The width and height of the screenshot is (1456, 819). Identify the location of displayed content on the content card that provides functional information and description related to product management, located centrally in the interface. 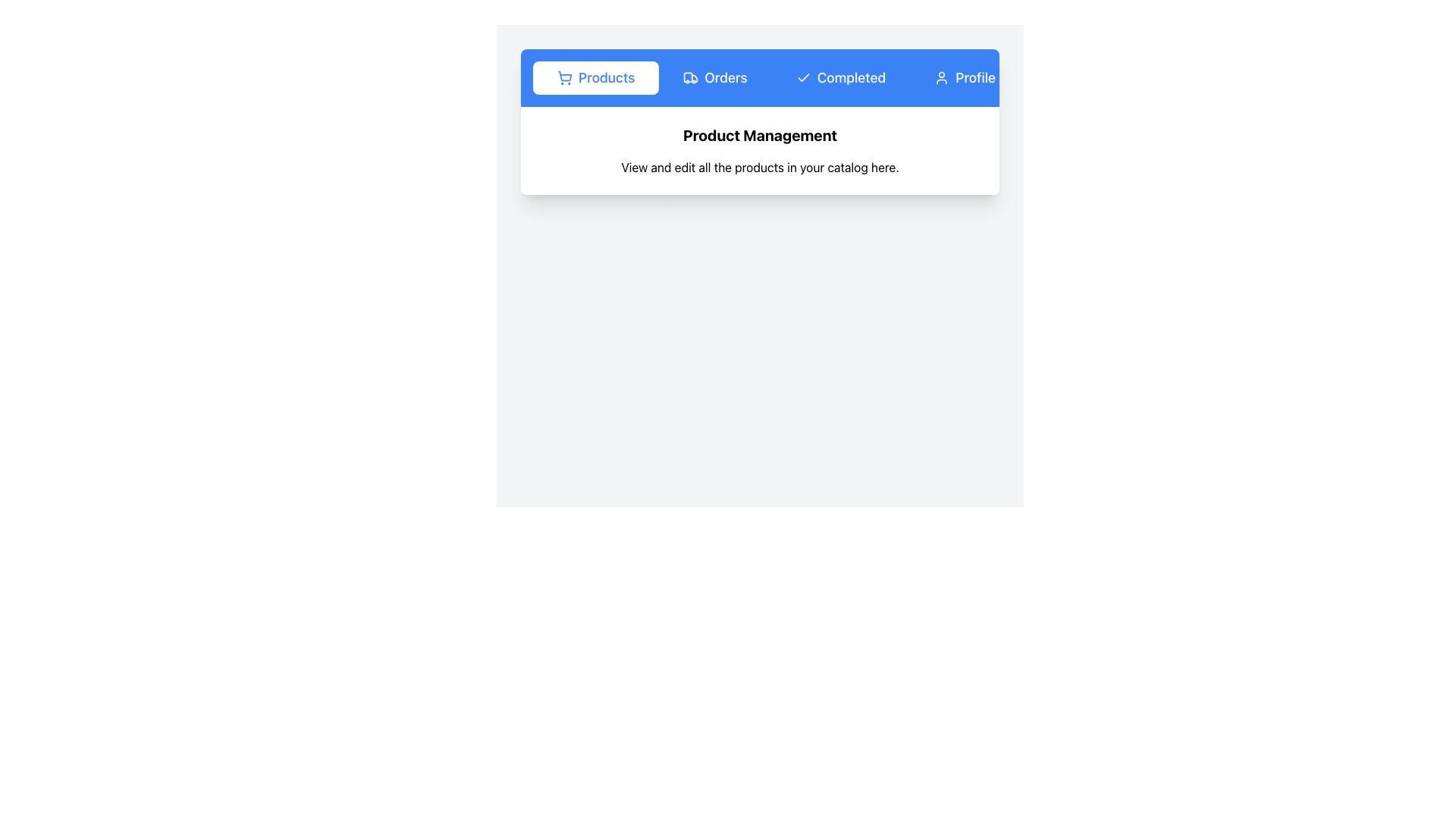
(760, 121).